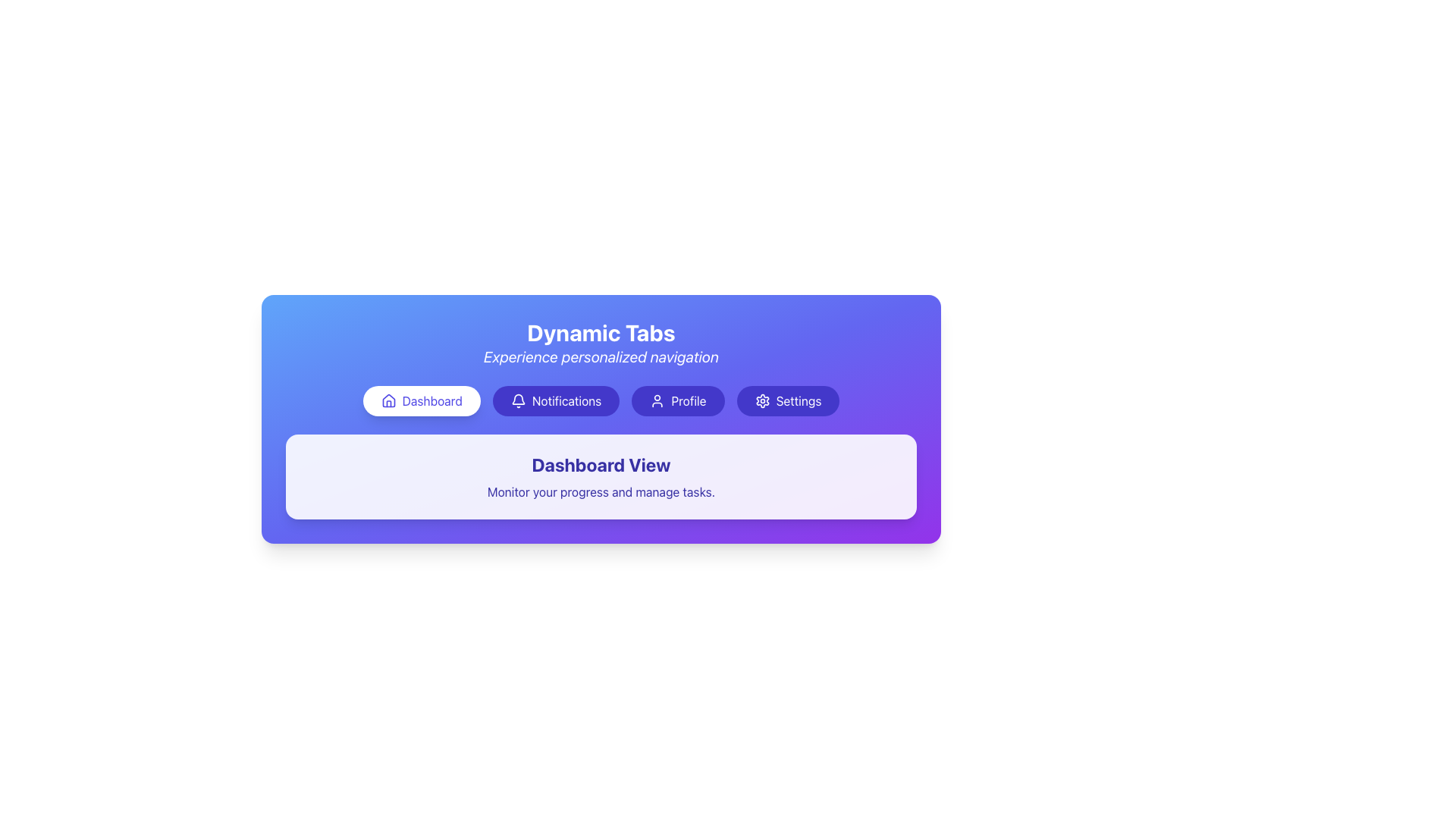  I want to click on the house icon, which is part of the 'Dashboard' navigation button, located within a rounded square button with a colorful gradient, so click(388, 400).